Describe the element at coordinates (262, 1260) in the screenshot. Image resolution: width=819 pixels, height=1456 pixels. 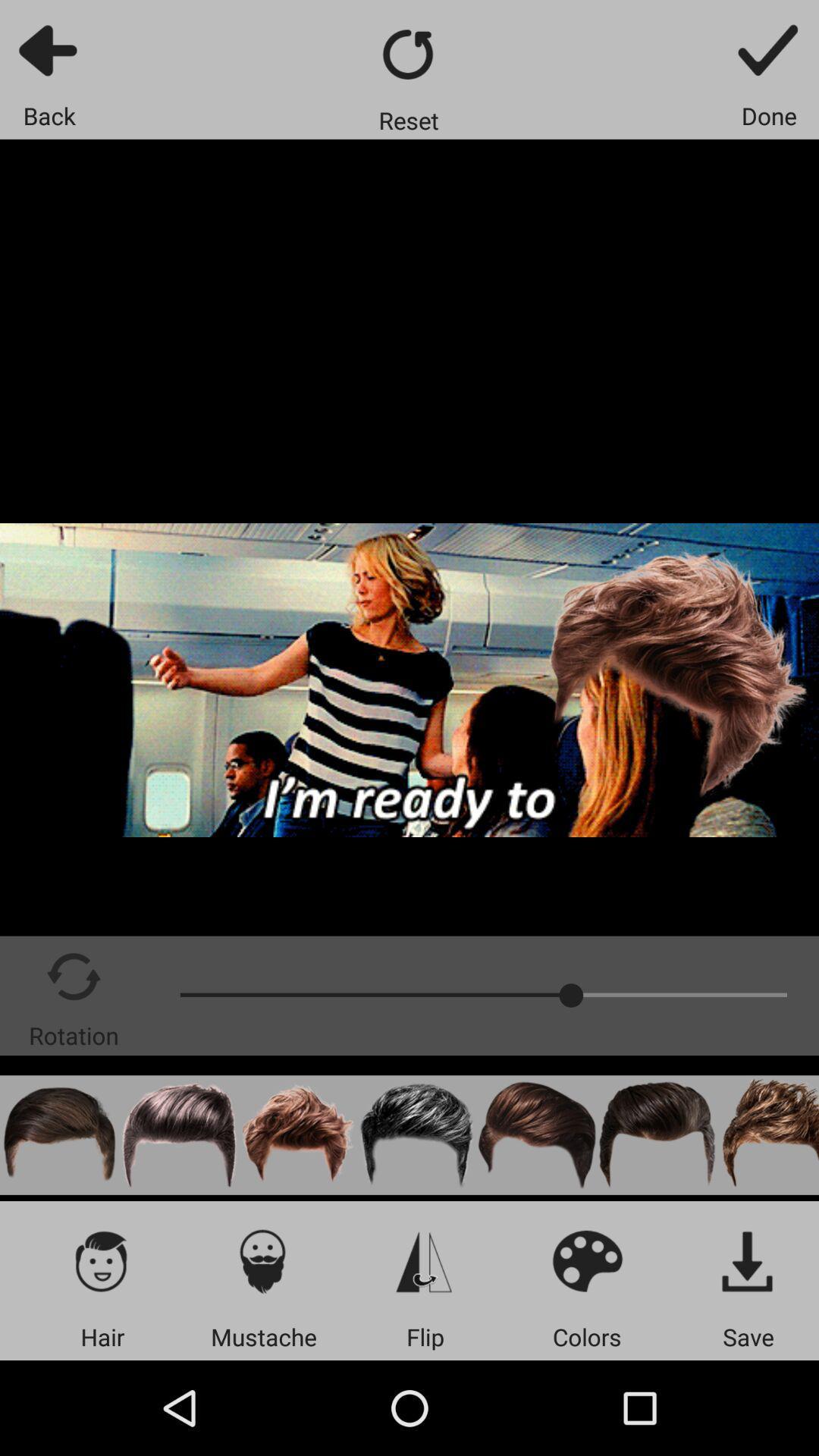
I see `to avatar` at that location.